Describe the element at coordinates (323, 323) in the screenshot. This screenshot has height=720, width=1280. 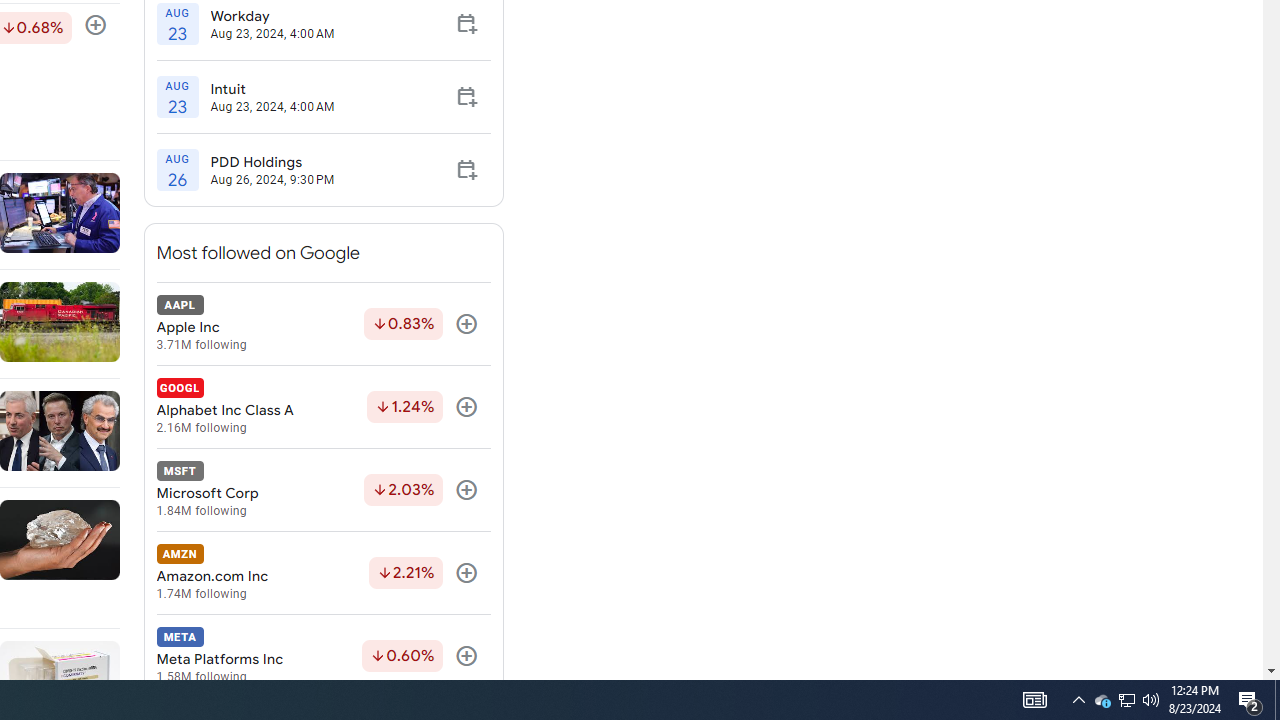
I see `'AAPL Apple Inc 3.71M following Down by 0.83% Follow'` at that location.